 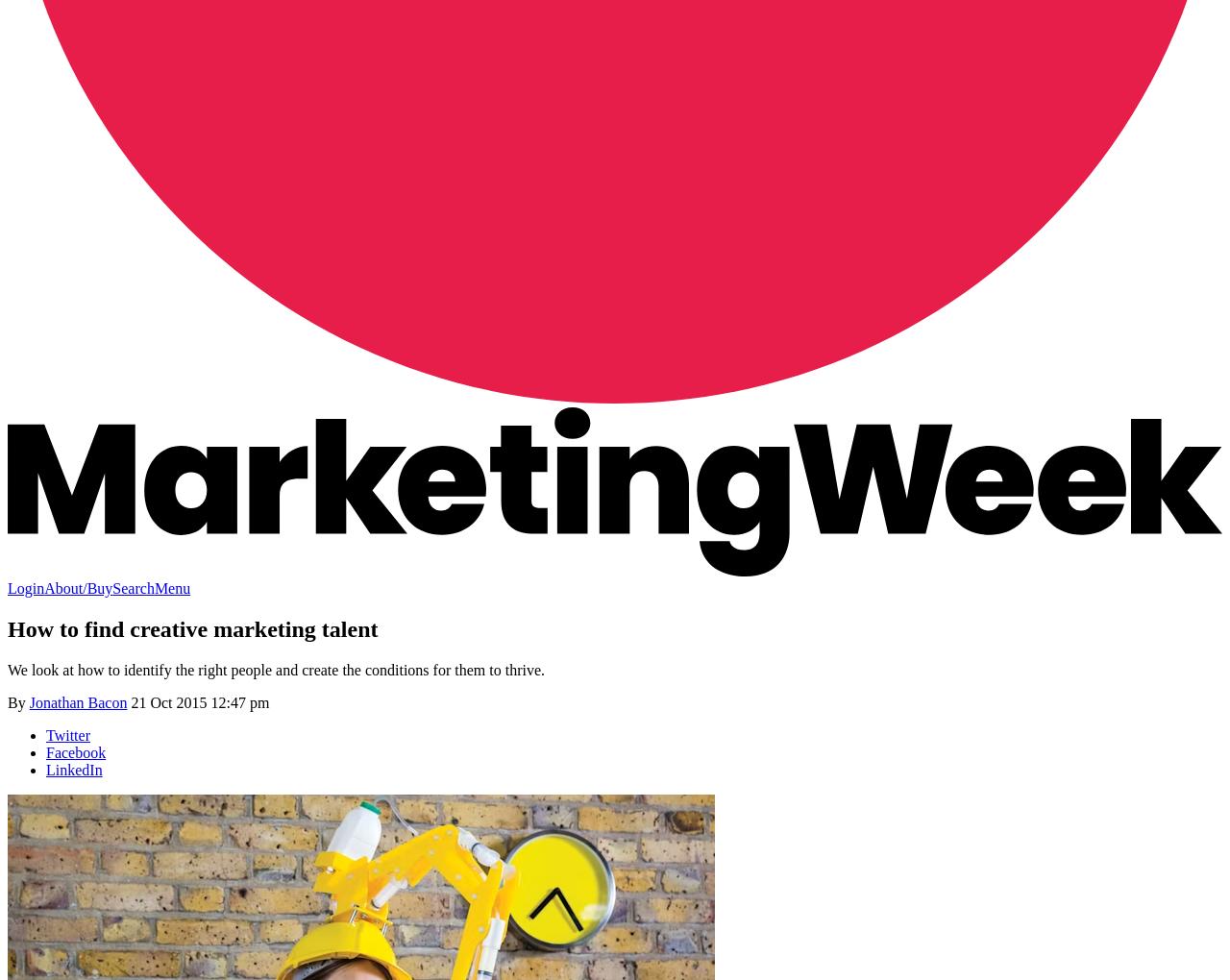 What do you see at coordinates (67, 734) in the screenshot?
I see `'Twitter'` at bounding box center [67, 734].